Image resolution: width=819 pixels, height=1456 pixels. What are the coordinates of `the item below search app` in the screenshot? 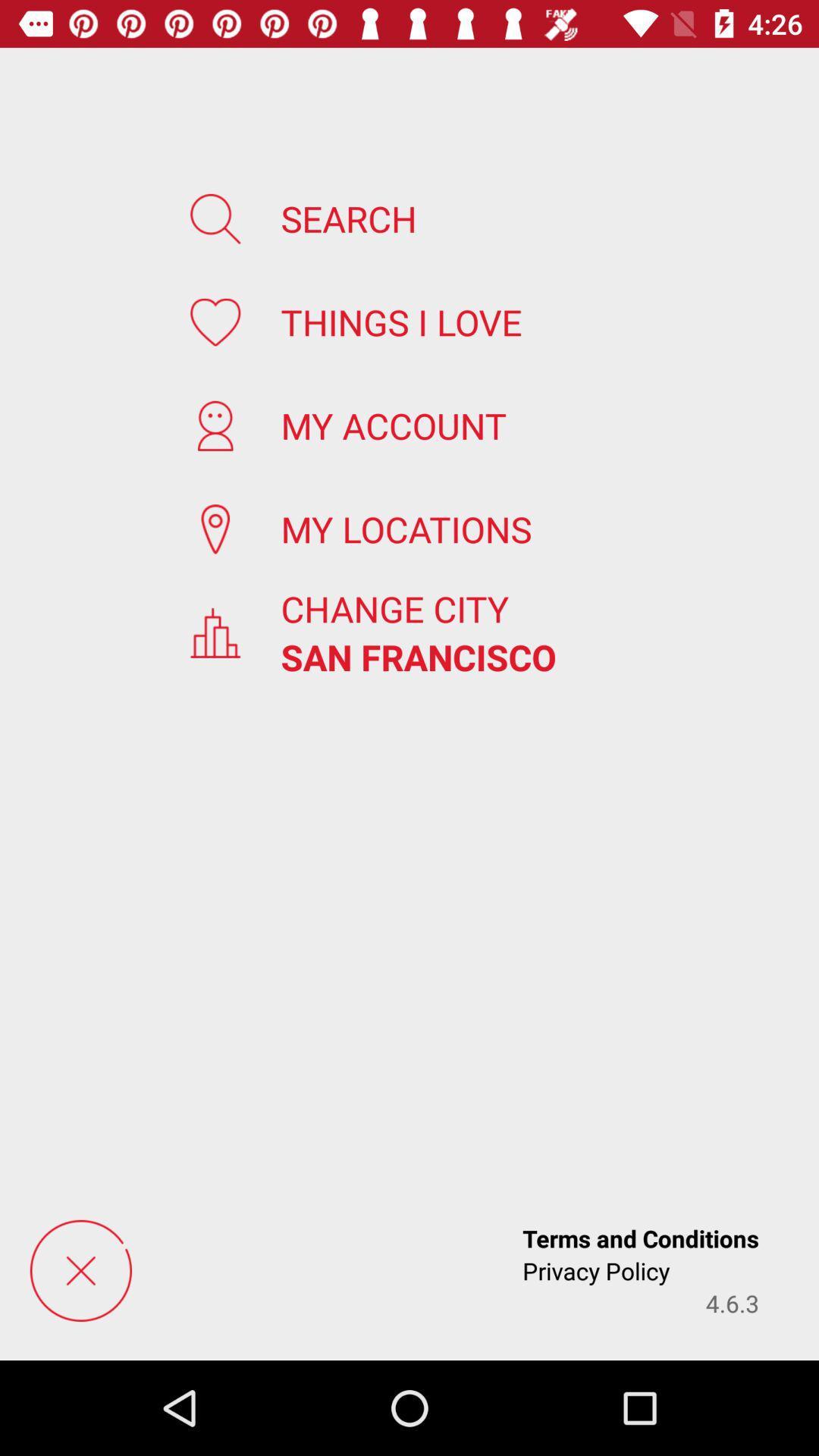 It's located at (400, 321).